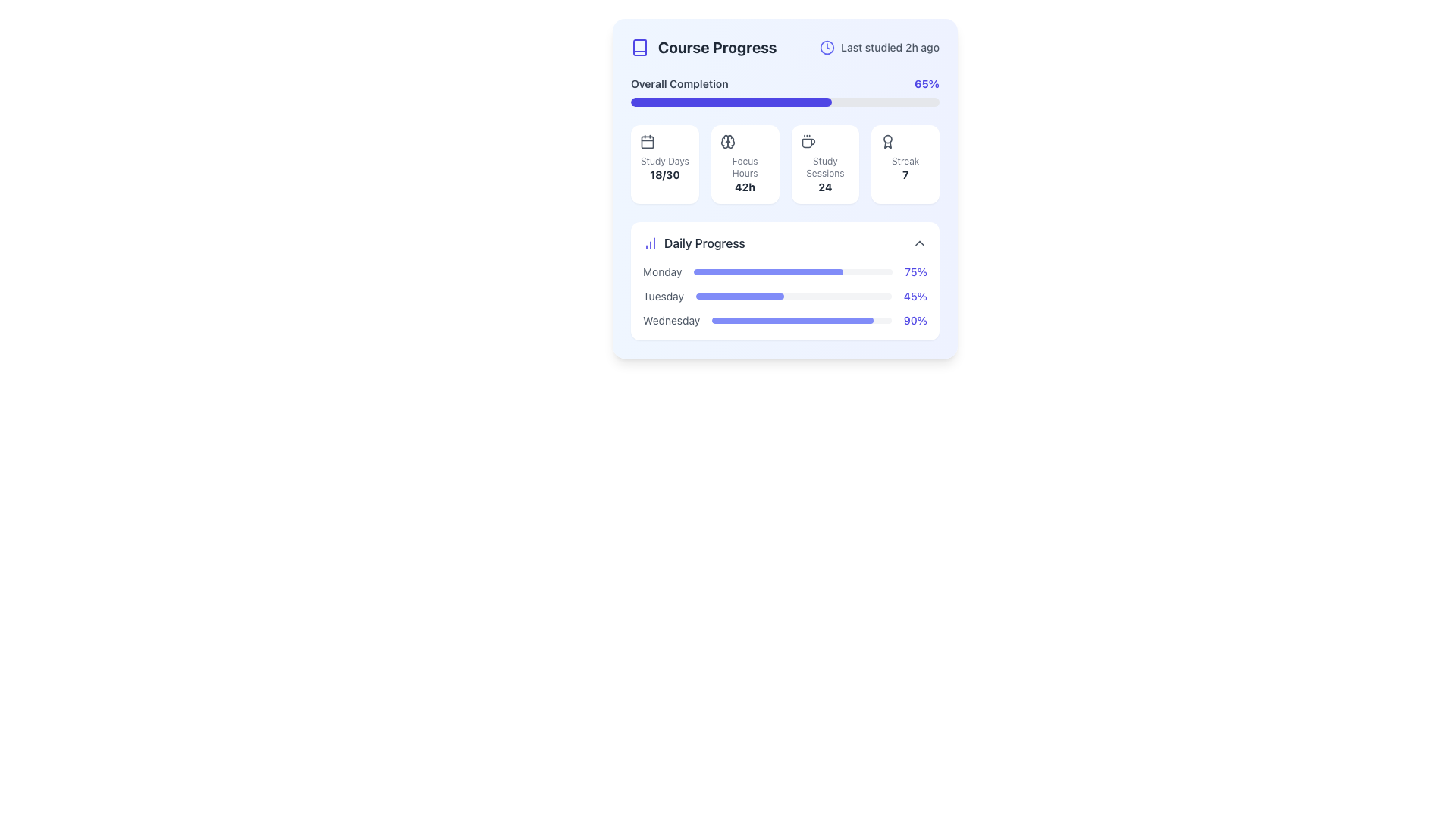  I want to click on the 'Study Sessions' icon located in the top section of the dashboard card, specifically in the third column, above the text 'Study Sessions', so click(807, 141).